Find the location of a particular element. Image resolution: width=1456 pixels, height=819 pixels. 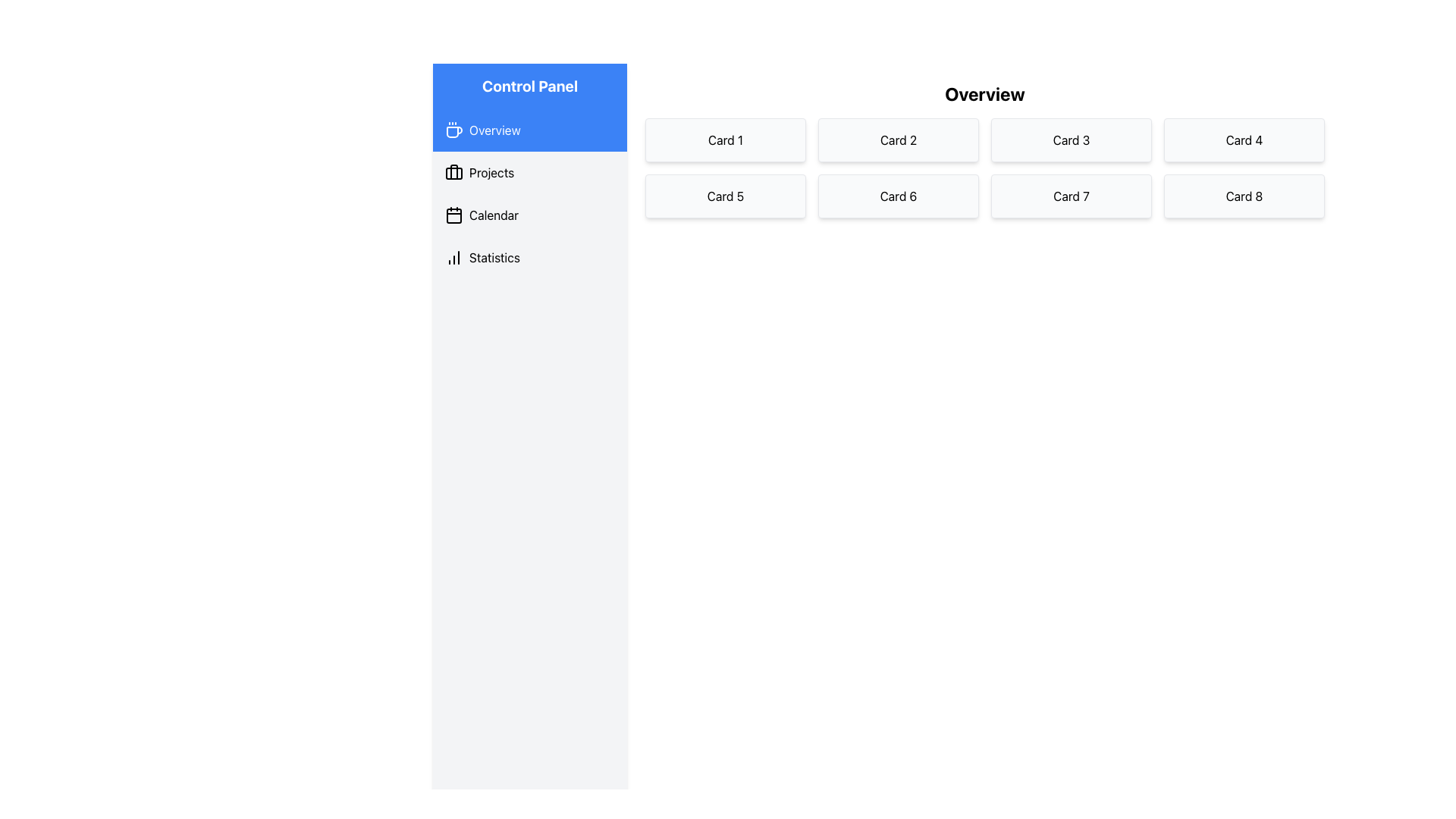

the calendar icon located in the vertical navigation menu, which is the third item below 'Overview' and 'Projects' is located at coordinates (453, 215).